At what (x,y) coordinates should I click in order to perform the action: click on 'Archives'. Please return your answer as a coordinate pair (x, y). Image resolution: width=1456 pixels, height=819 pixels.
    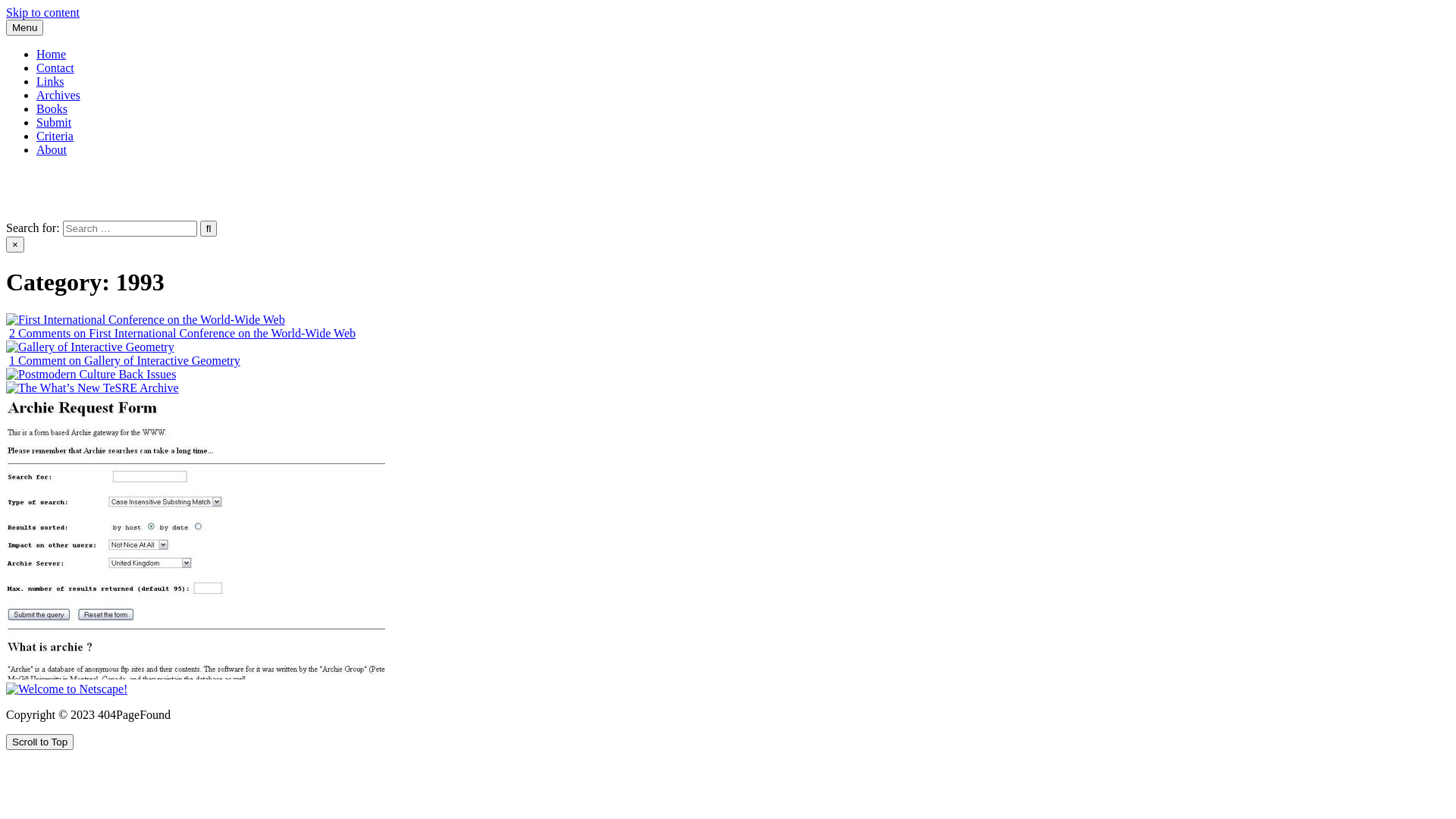
    Looking at the image, I should click on (58, 95).